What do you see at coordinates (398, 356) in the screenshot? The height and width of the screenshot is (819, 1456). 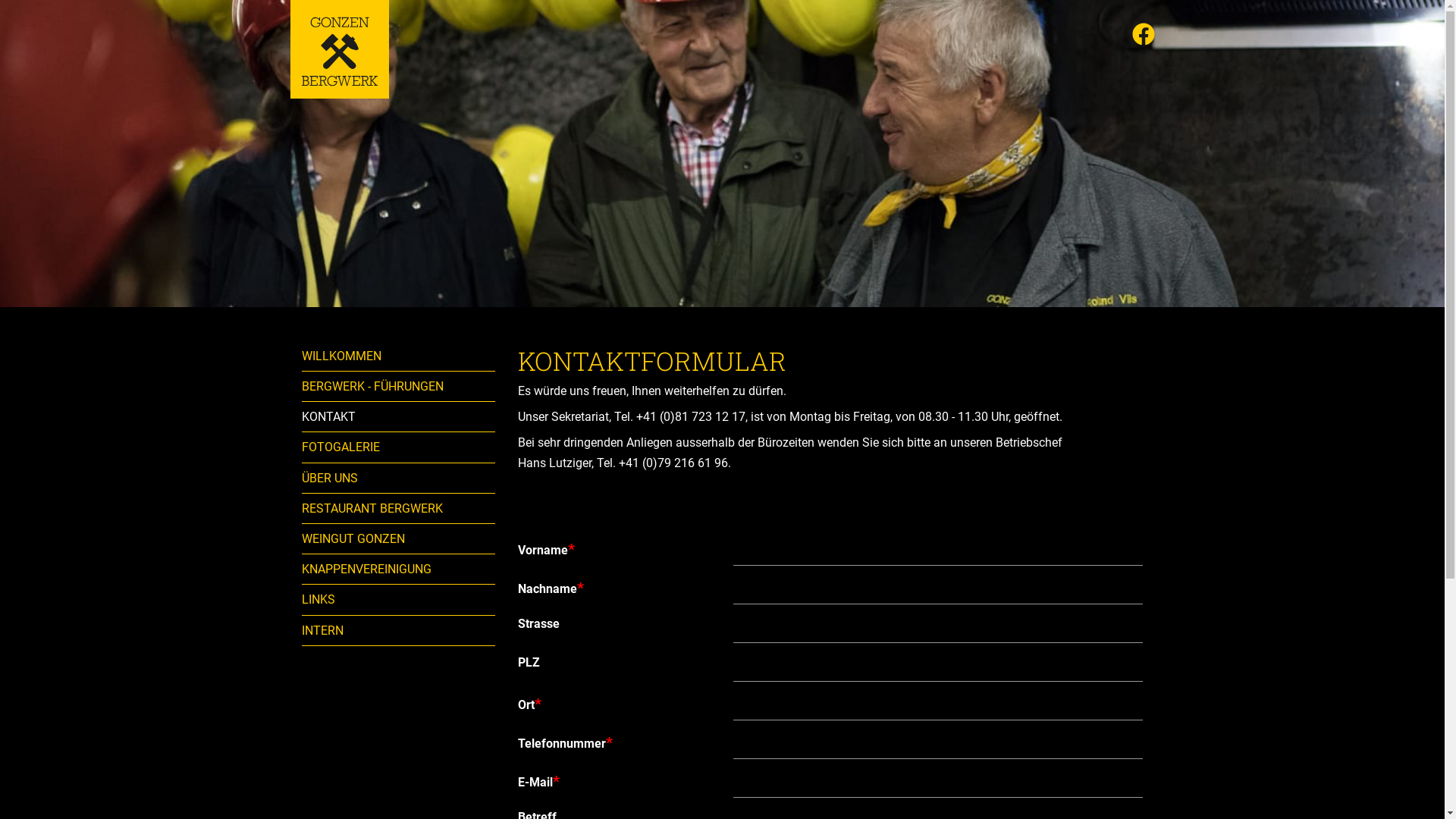 I see `'WILLKOMMEN'` at bounding box center [398, 356].